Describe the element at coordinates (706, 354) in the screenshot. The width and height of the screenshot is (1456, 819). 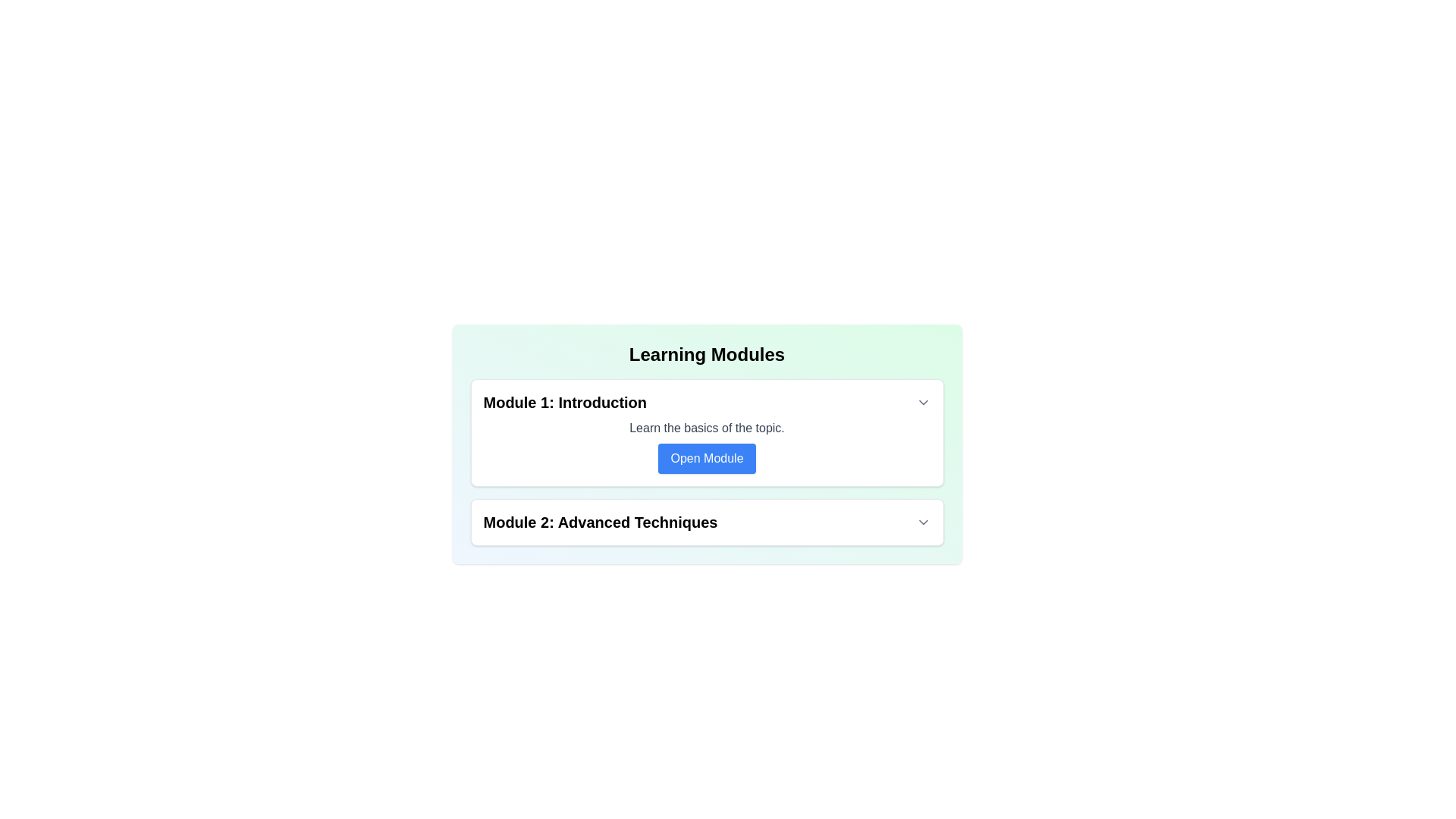
I see `the header text element that summarizes the content area as 'Learning Modules', which is positioned at the top of its section` at that location.